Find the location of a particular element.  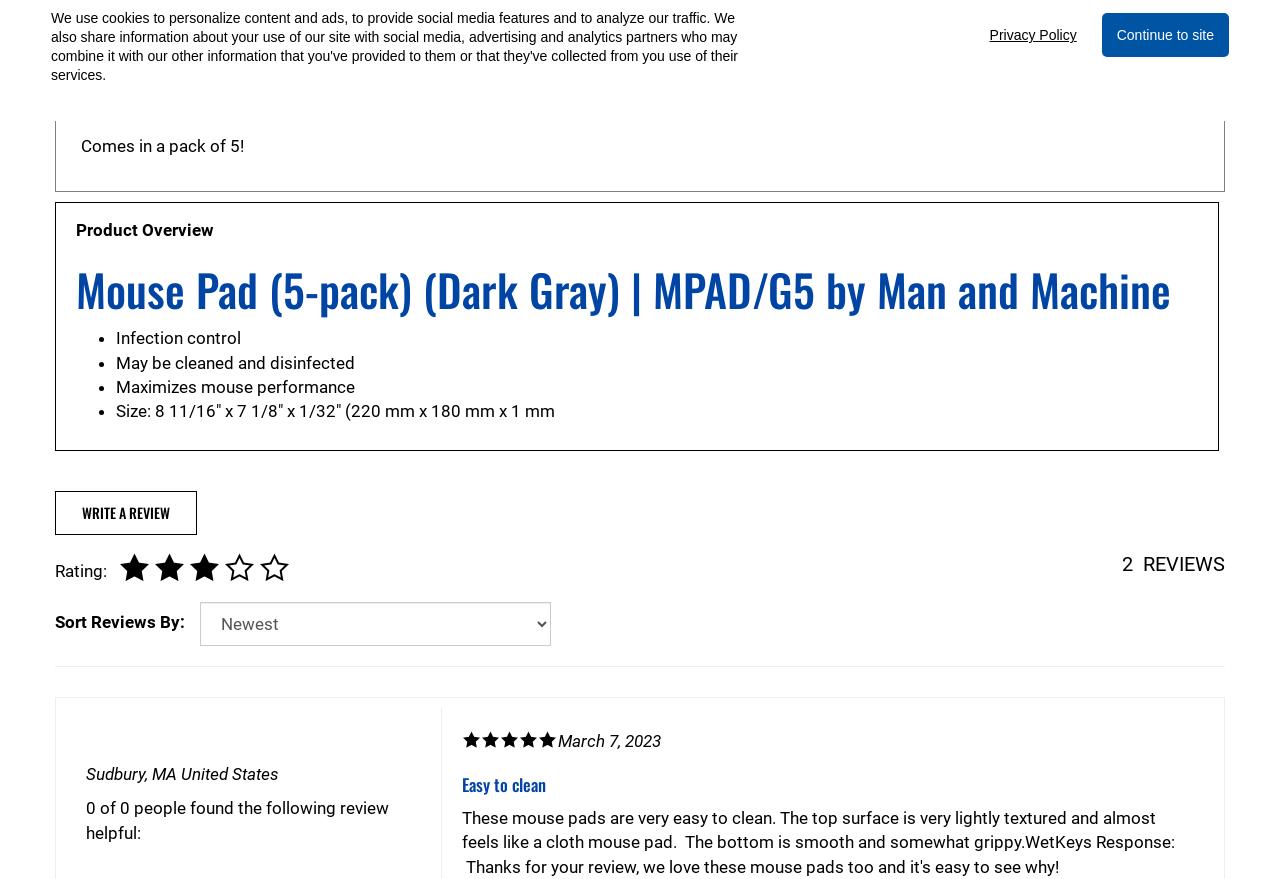

'Sterilizable' is located at coordinates (124, 61).